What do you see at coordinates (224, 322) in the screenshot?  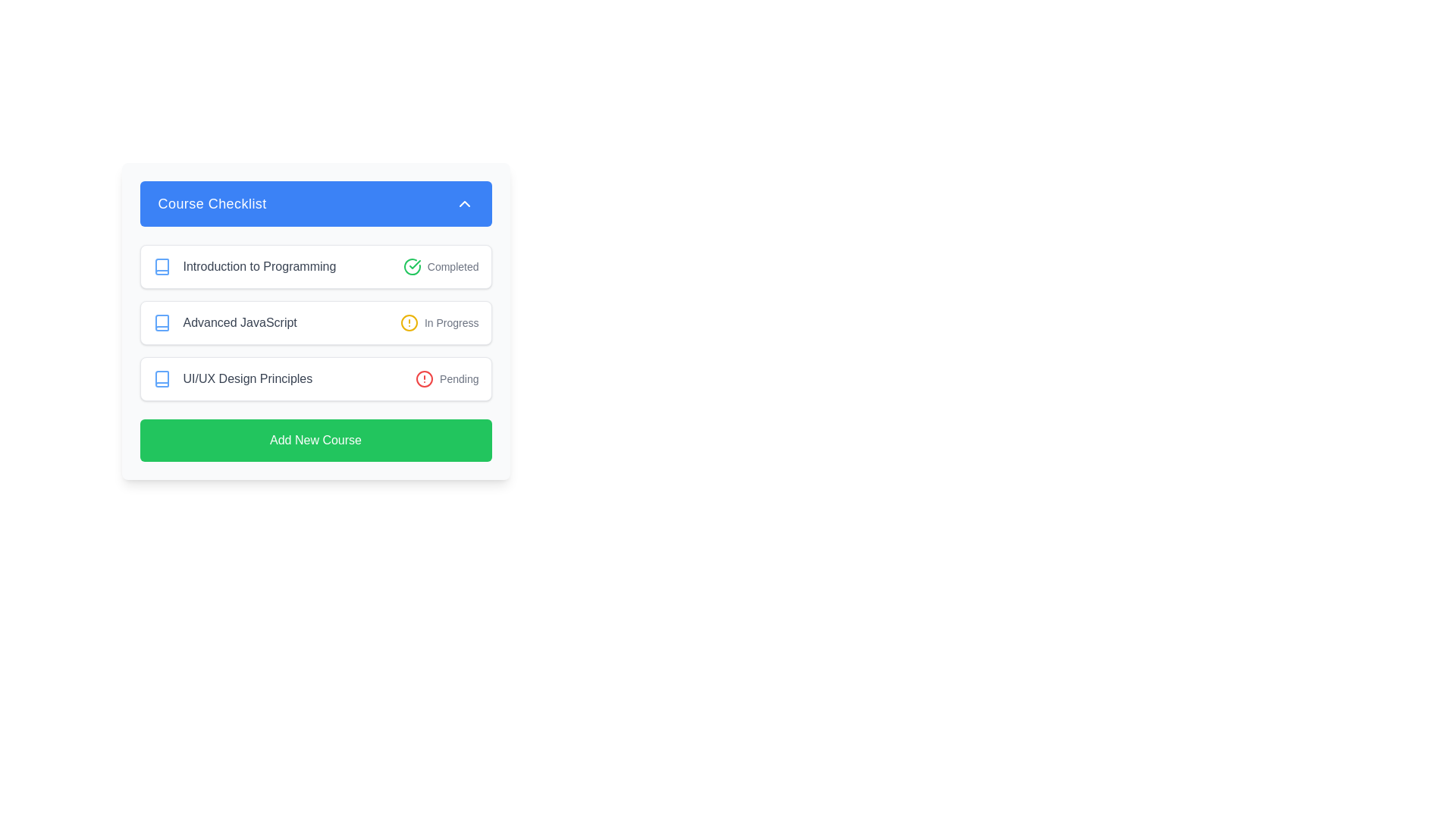 I see `text label that says 'Advanced JavaScript', which is styled in medium-weight dark gray font and is located in the second position of a vertical checklist in a card layout` at bounding box center [224, 322].